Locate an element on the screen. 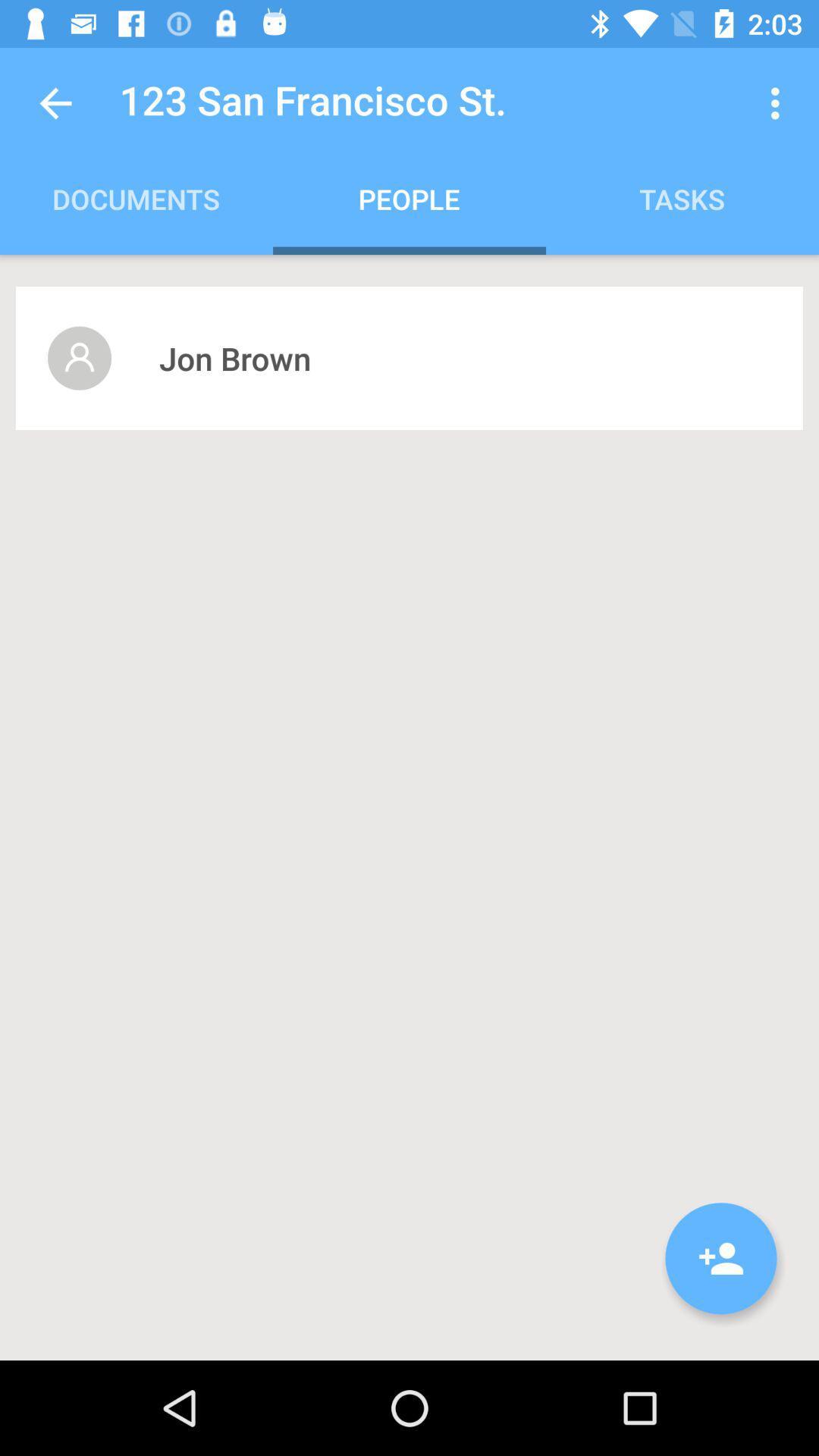  icon below jon brown icon is located at coordinates (720, 1258).